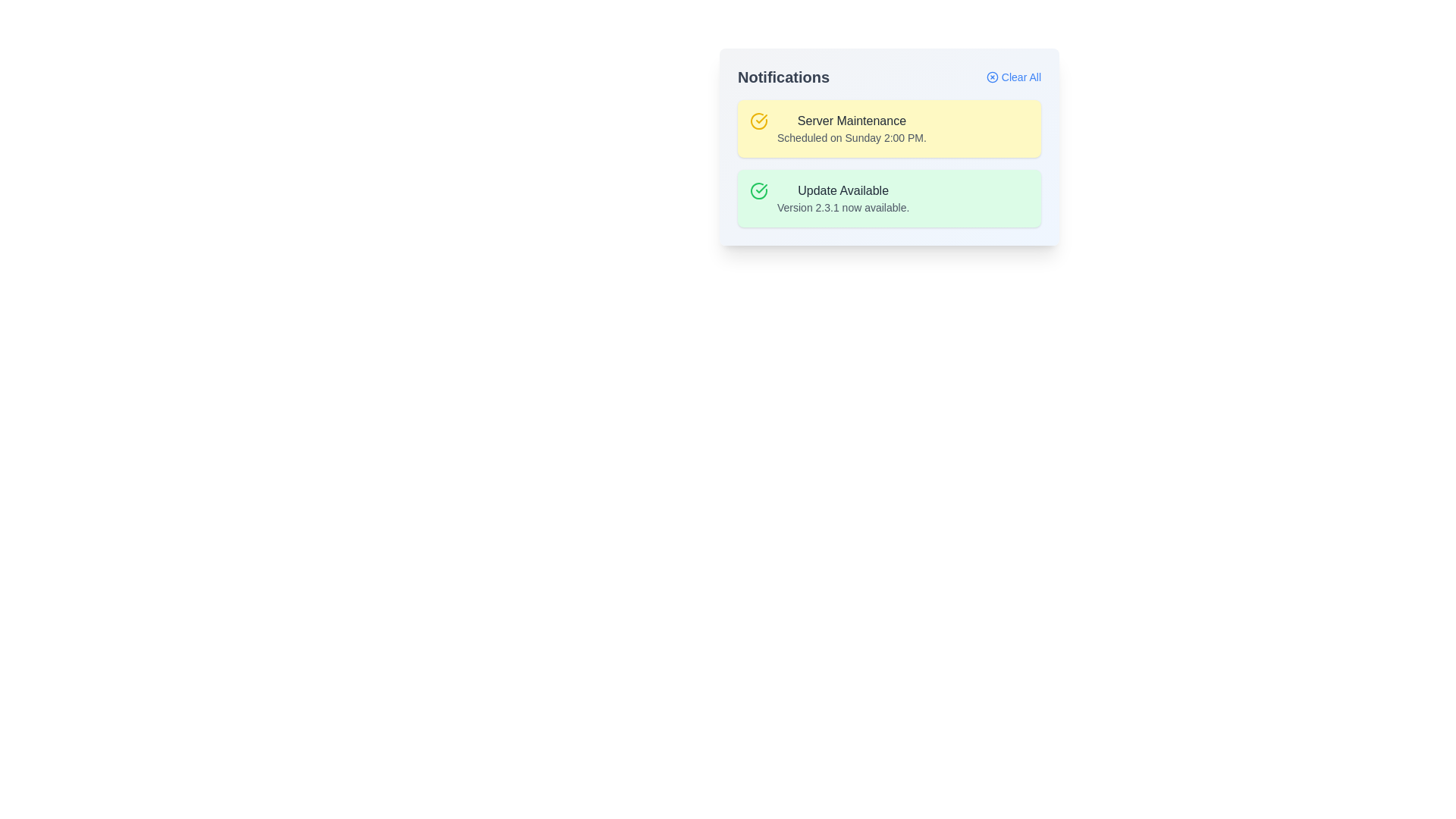 The width and height of the screenshot is (1456, 819). What do you see at coordinates (889, 127) in the screenshot?
I see `the first notification card about scheduled server maintenance, which is positioned at the top of the notification list` at bounding box center [889, 127].